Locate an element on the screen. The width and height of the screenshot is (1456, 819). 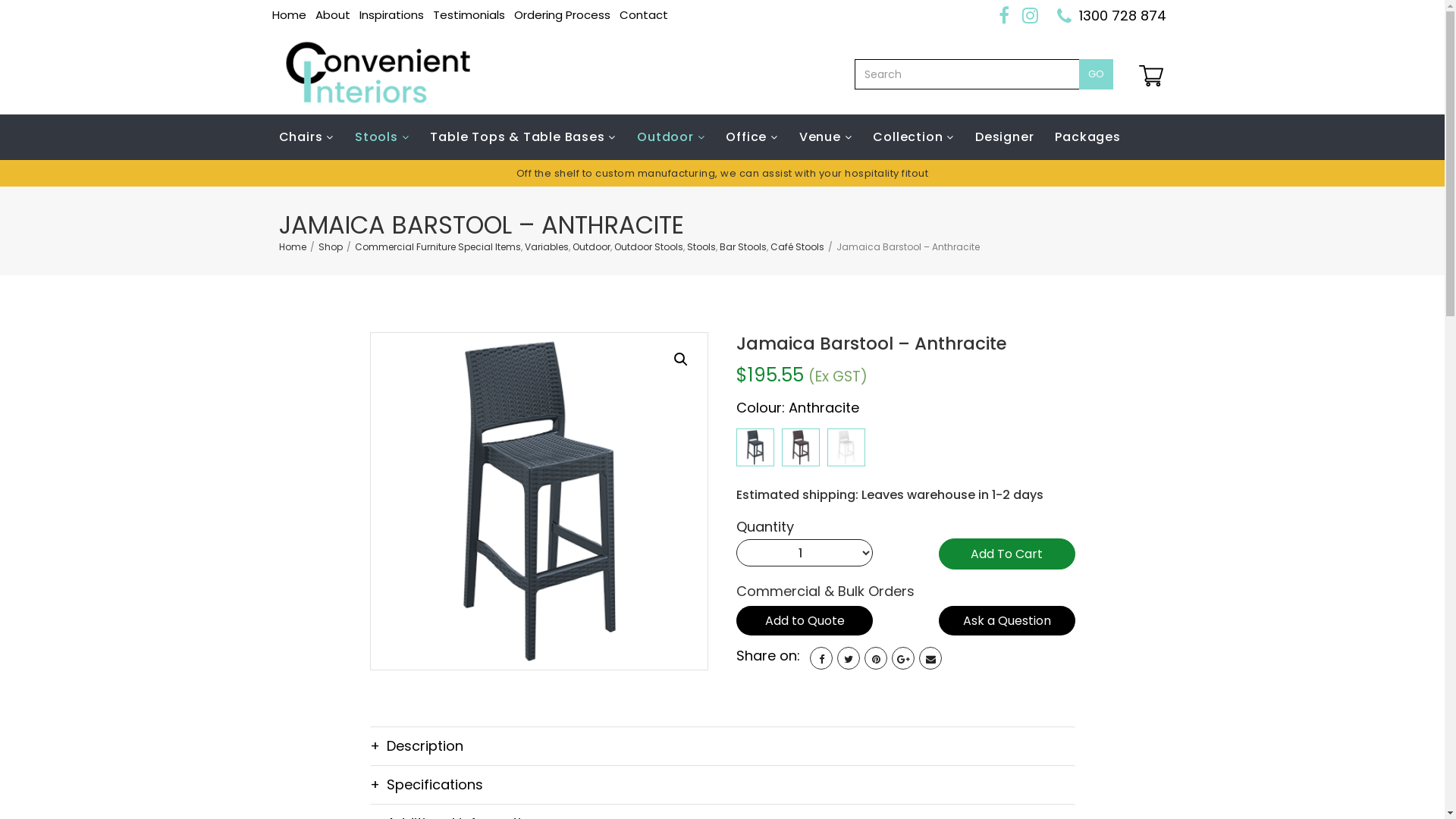
'1300 728 874' is located at coordinates (1122, 15).